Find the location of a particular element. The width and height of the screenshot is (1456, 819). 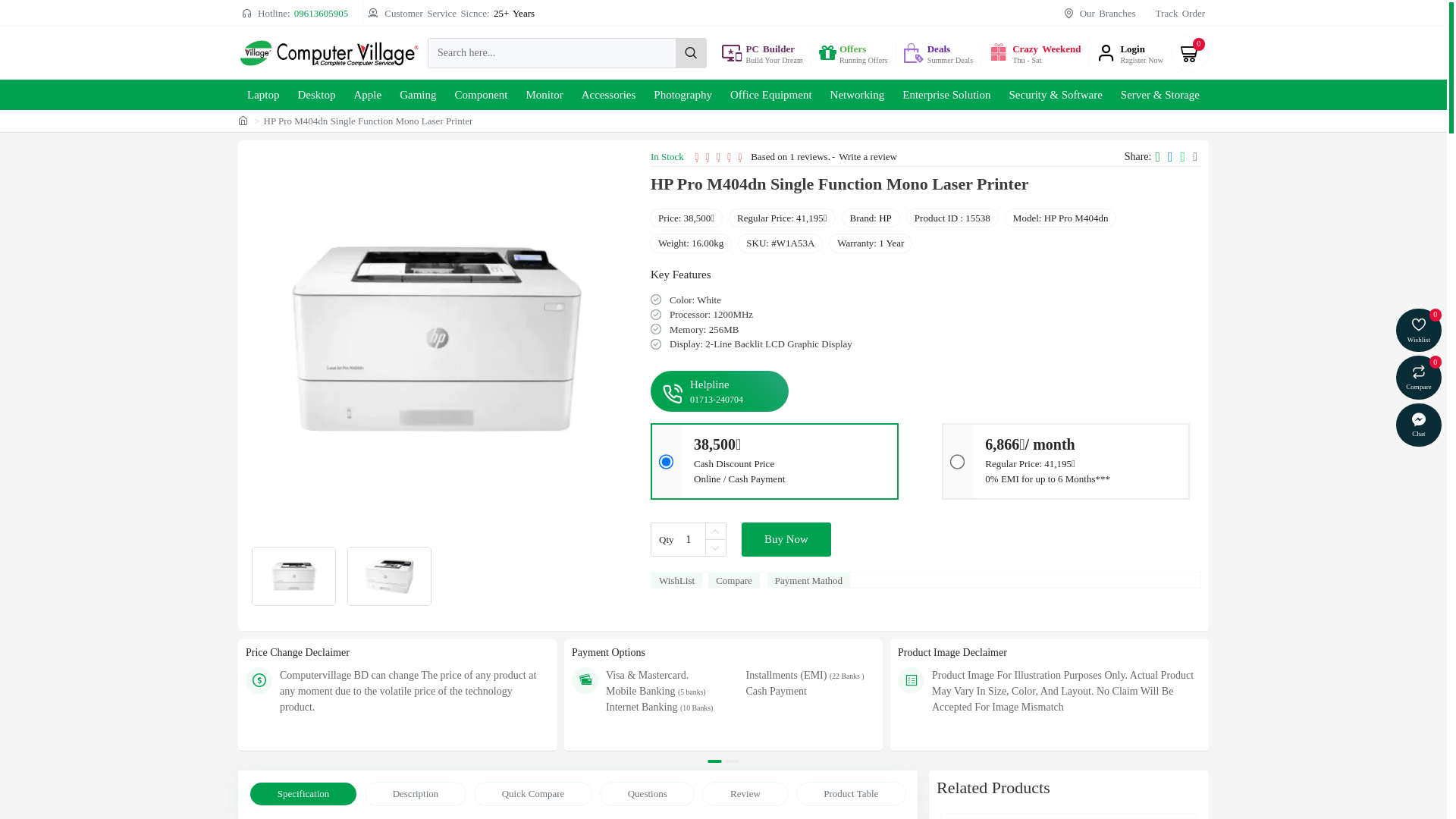

'Chat' is located at coordinates (1418, 425).